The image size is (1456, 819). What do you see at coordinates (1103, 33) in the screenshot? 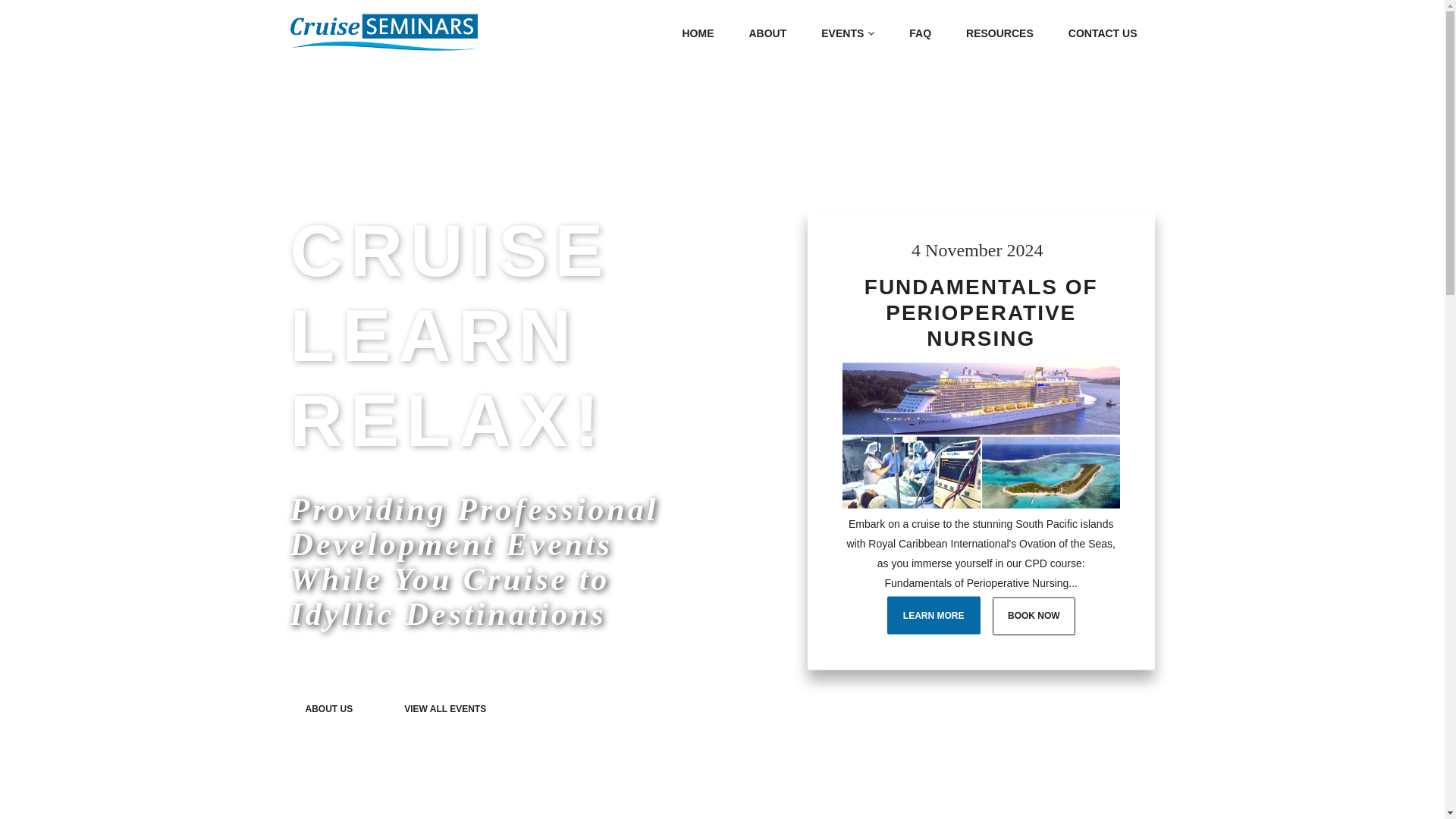
I see `'CONTACT US'` at bounding box center [1103, 33].